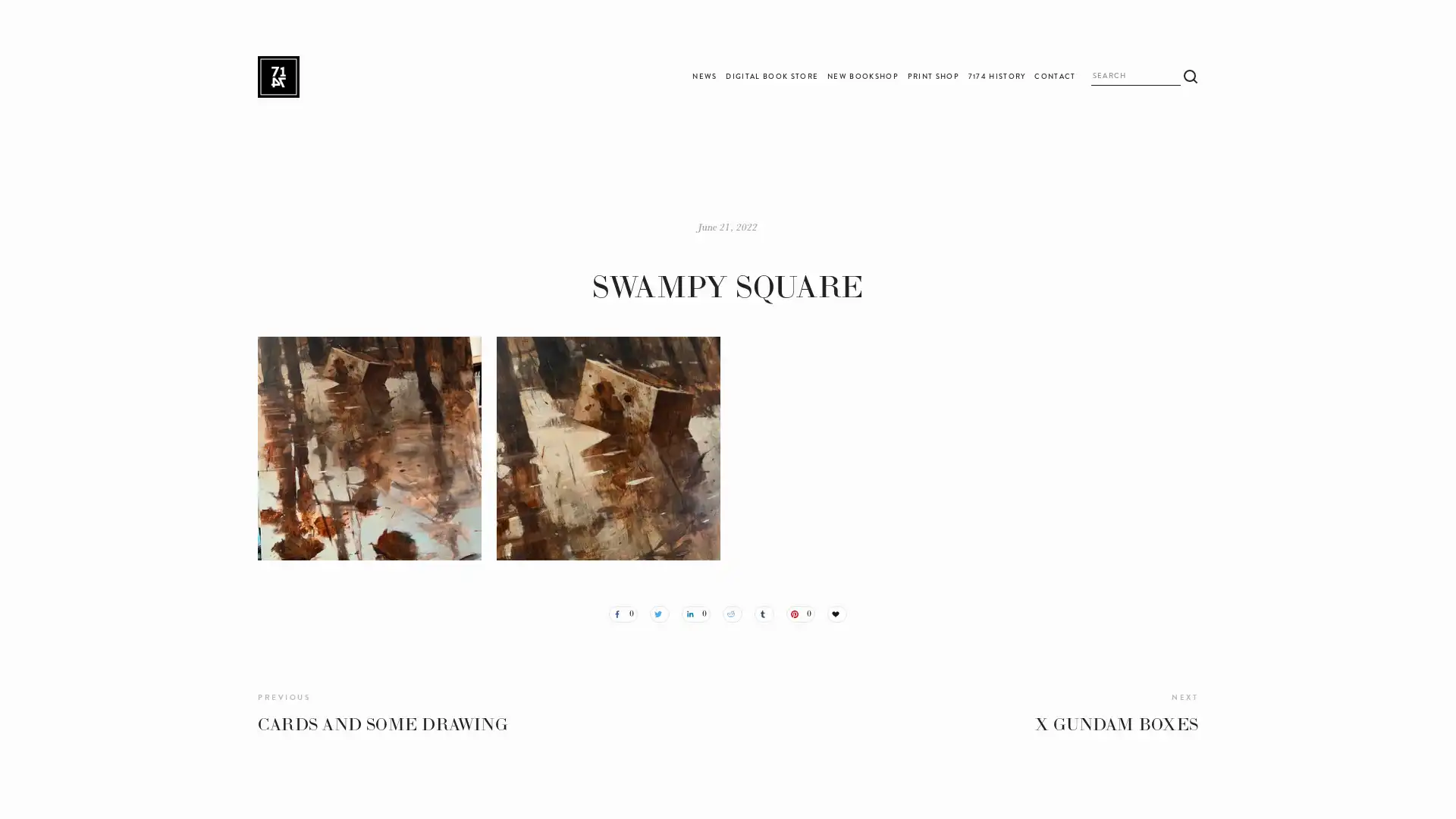 The image size is (1456, 819). Describe the element at coordinates (943, 281) in the screenshot. I see `Close` at that location.